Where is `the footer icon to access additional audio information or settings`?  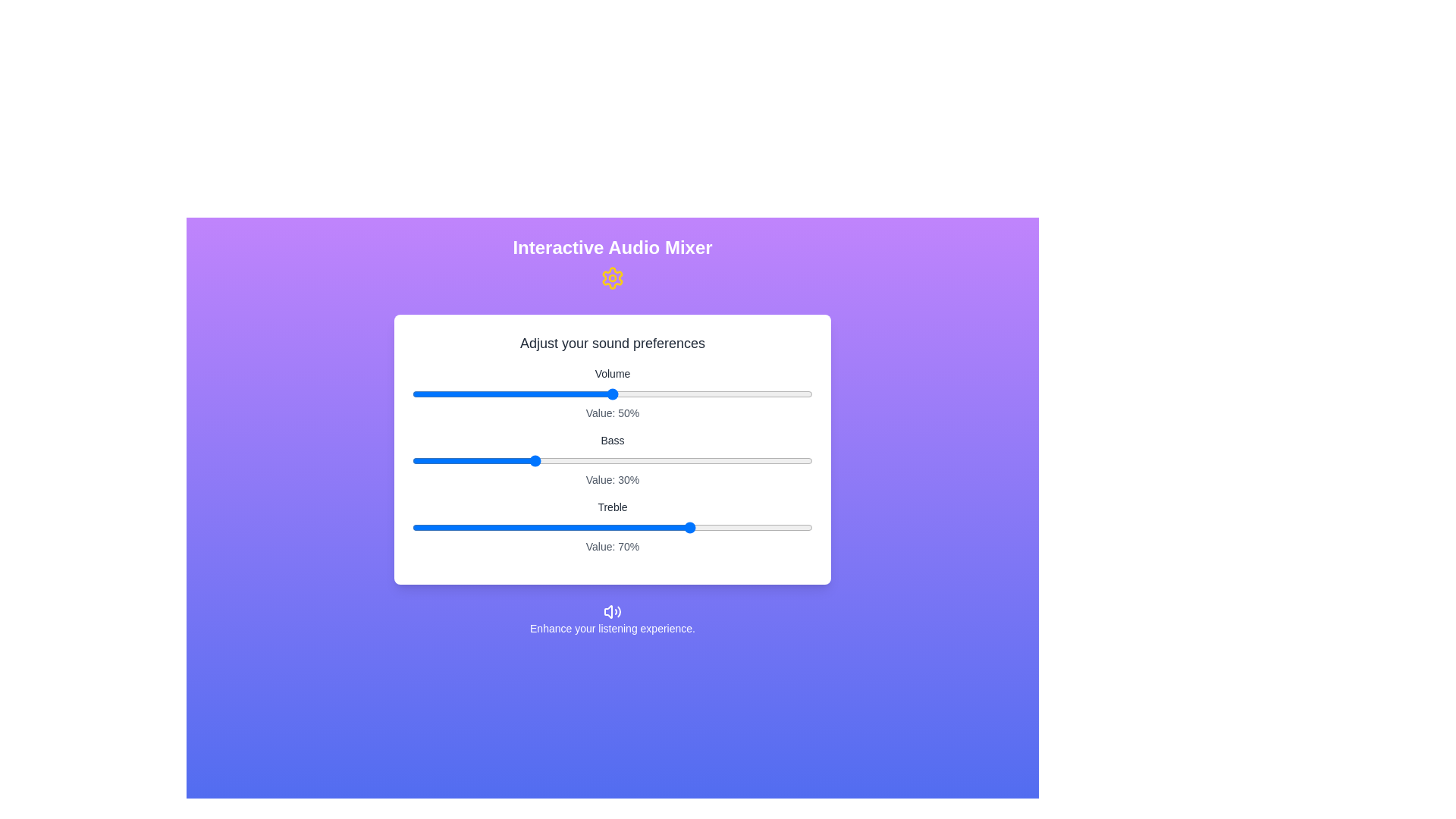 the footer icon to access additional audio information or settings is located at coordinates (612, 610).